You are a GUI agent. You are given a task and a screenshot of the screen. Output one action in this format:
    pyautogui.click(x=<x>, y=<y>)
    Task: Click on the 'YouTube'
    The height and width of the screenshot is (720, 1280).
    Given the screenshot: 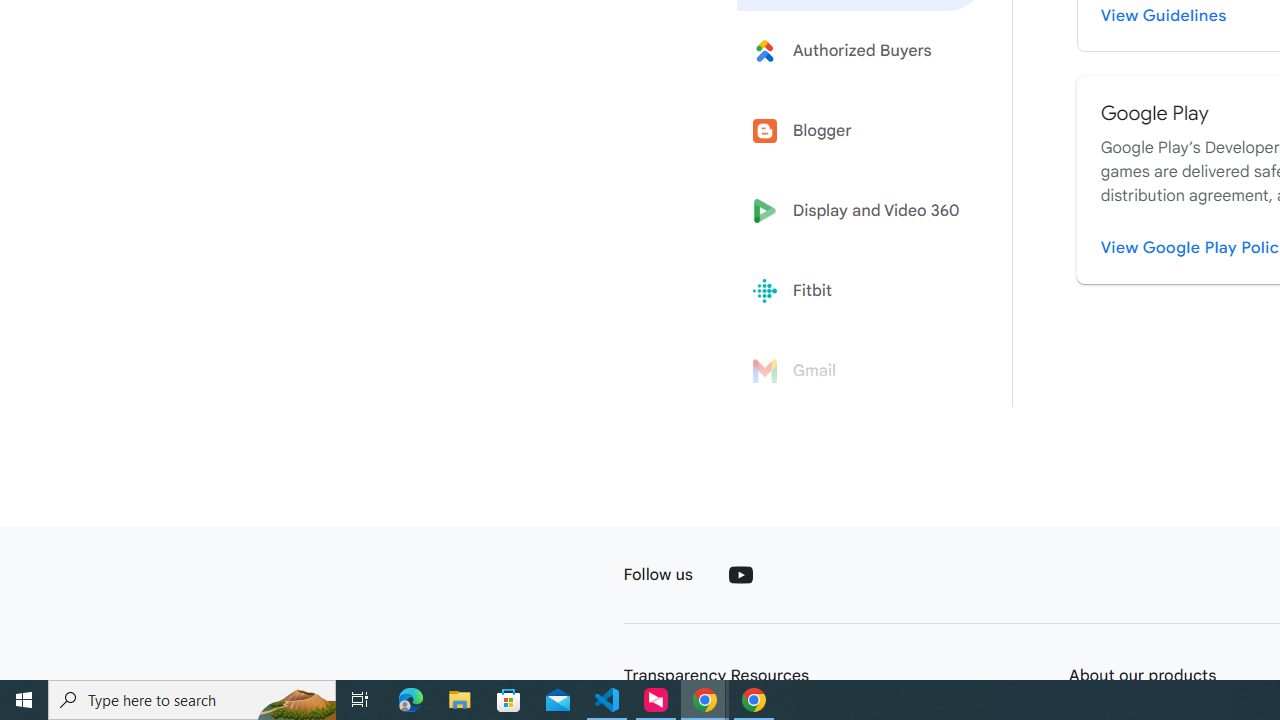 What is the action you would take?
    pyautogui.click(x=739, y=574)
    